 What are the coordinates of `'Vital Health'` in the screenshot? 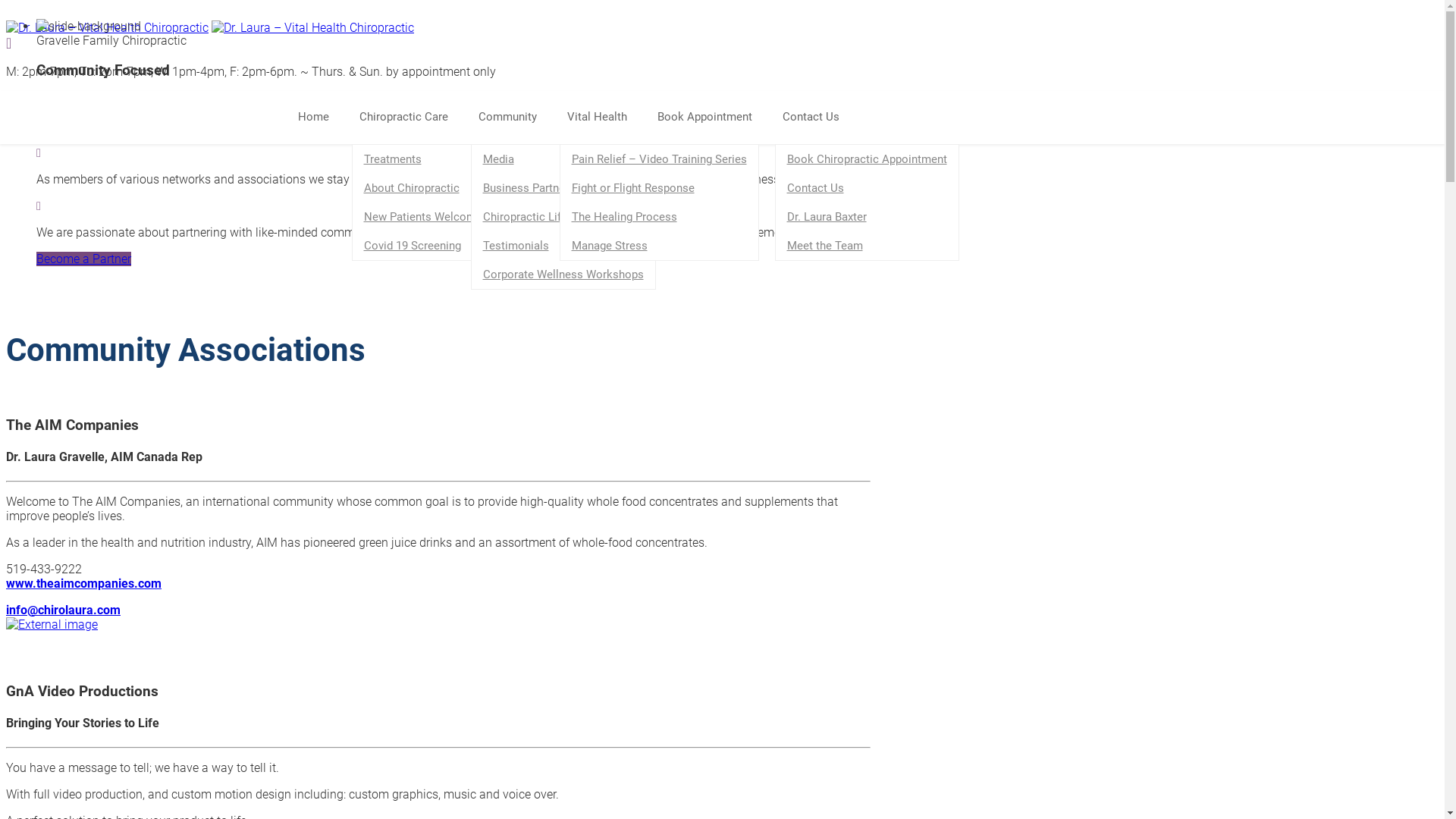 It's located at (604, 116).